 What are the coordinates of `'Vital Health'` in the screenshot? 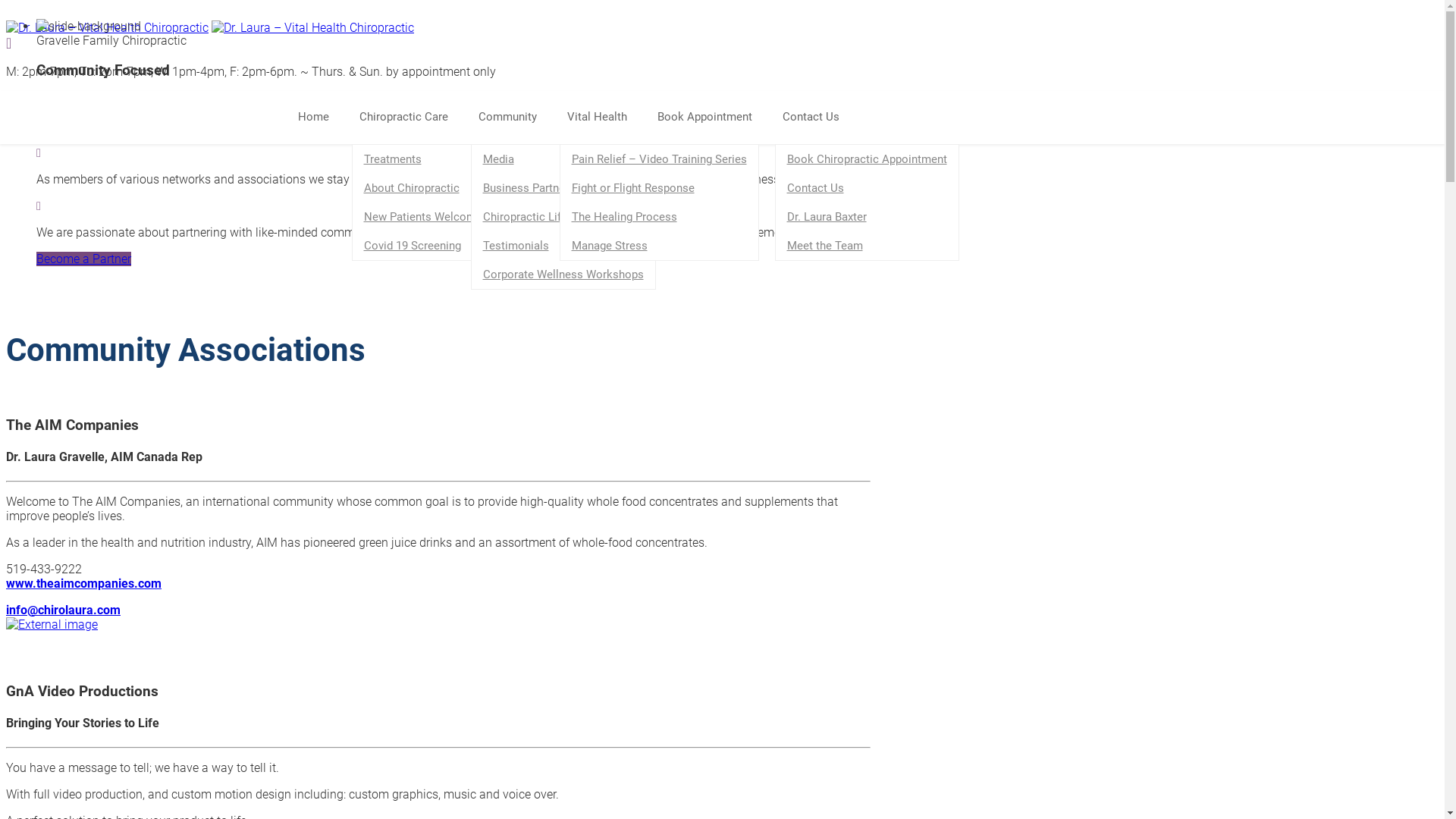 It's located at (604, 116).